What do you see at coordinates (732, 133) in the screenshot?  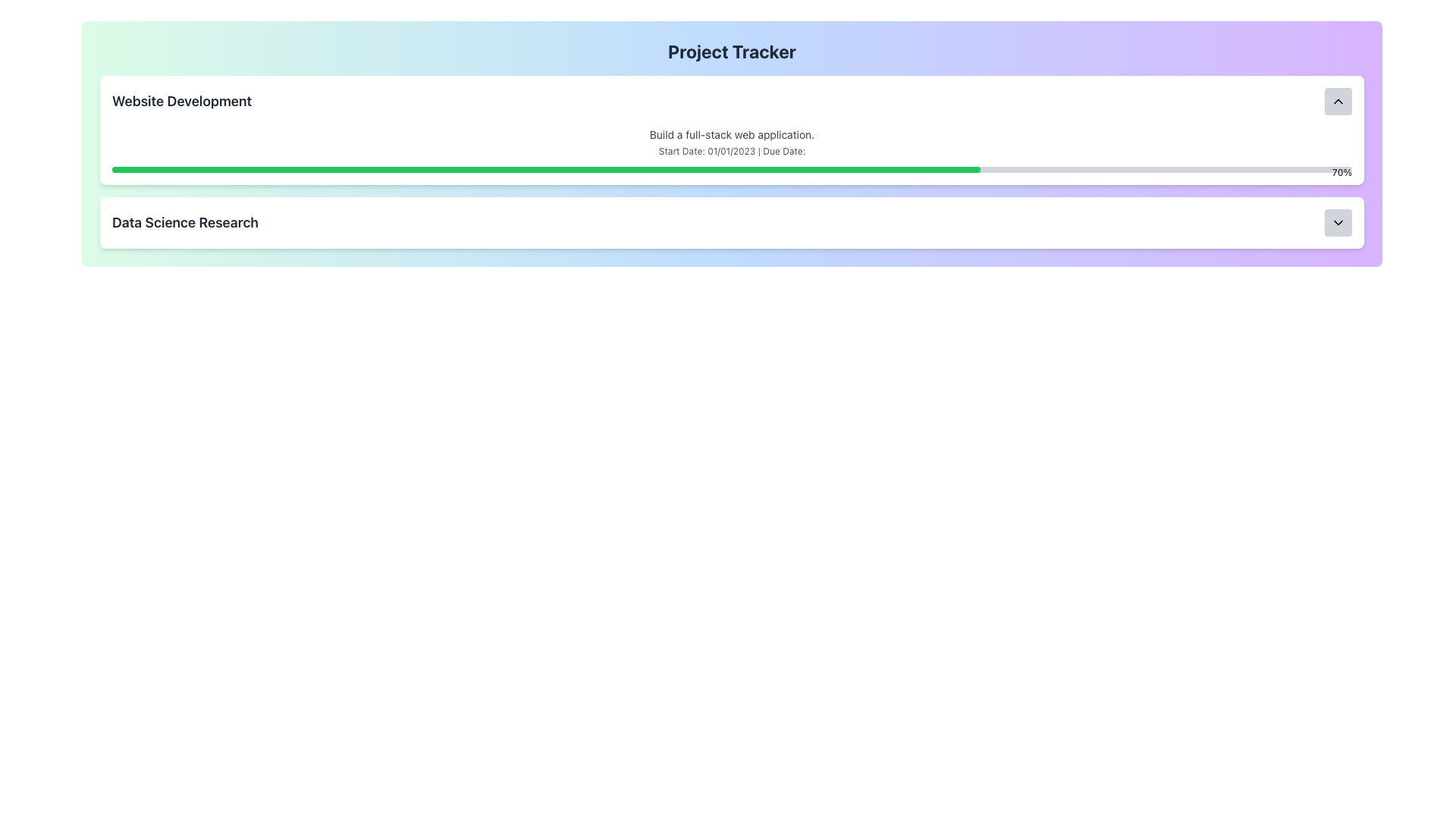 I see `the Text label that serves as a title or brief description for a specific task or project item, positioned above the line 'Start Date: 01/01/2023 | Due Date:'` at bounding box center [732, 133].